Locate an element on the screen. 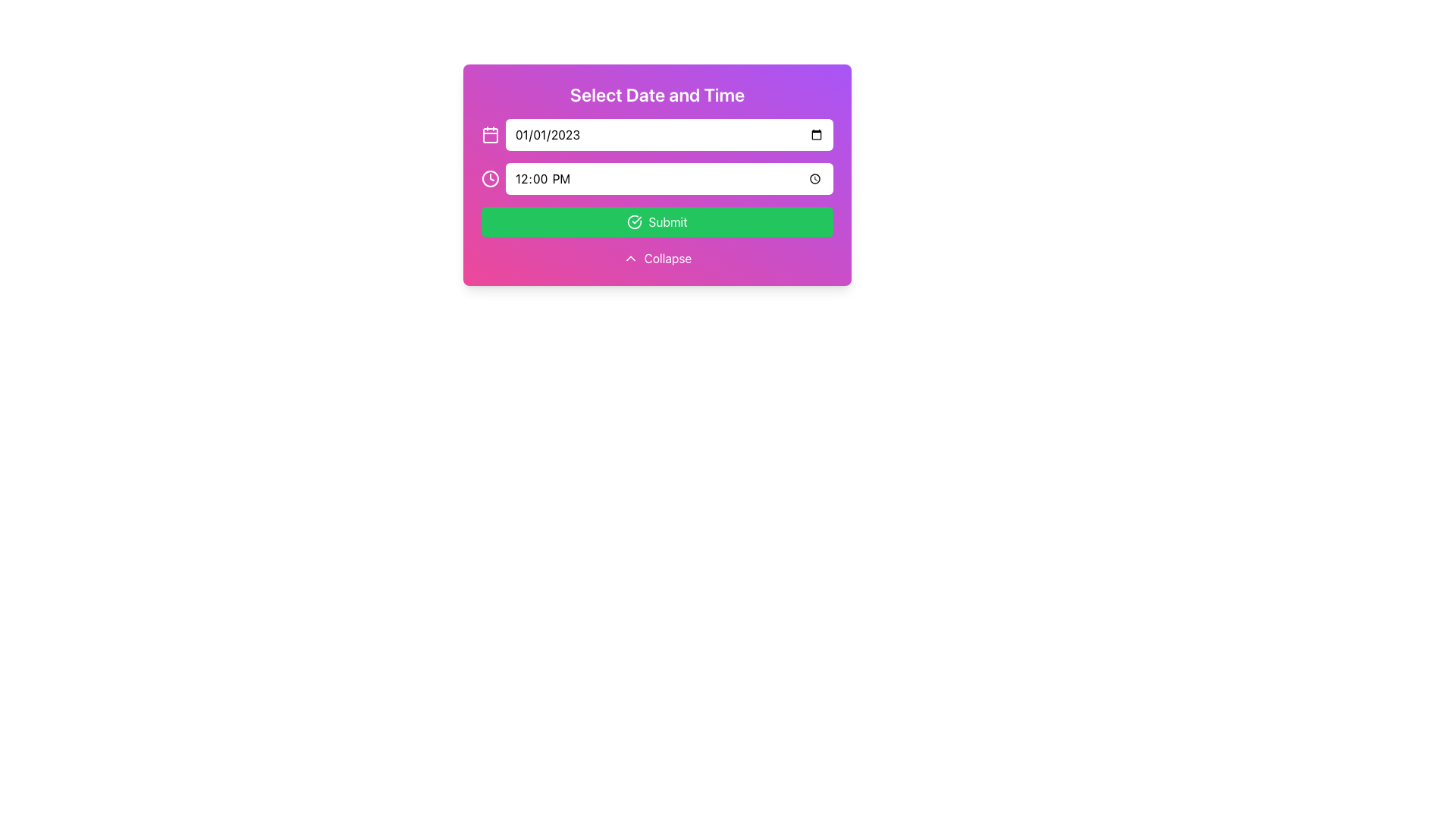 Image resolution: width=1456 pixels, height=819 pixels. the Date Input element, which is a rounded rectangular input displaying the date '01/01/2023' is located at coordinates (669, 133).